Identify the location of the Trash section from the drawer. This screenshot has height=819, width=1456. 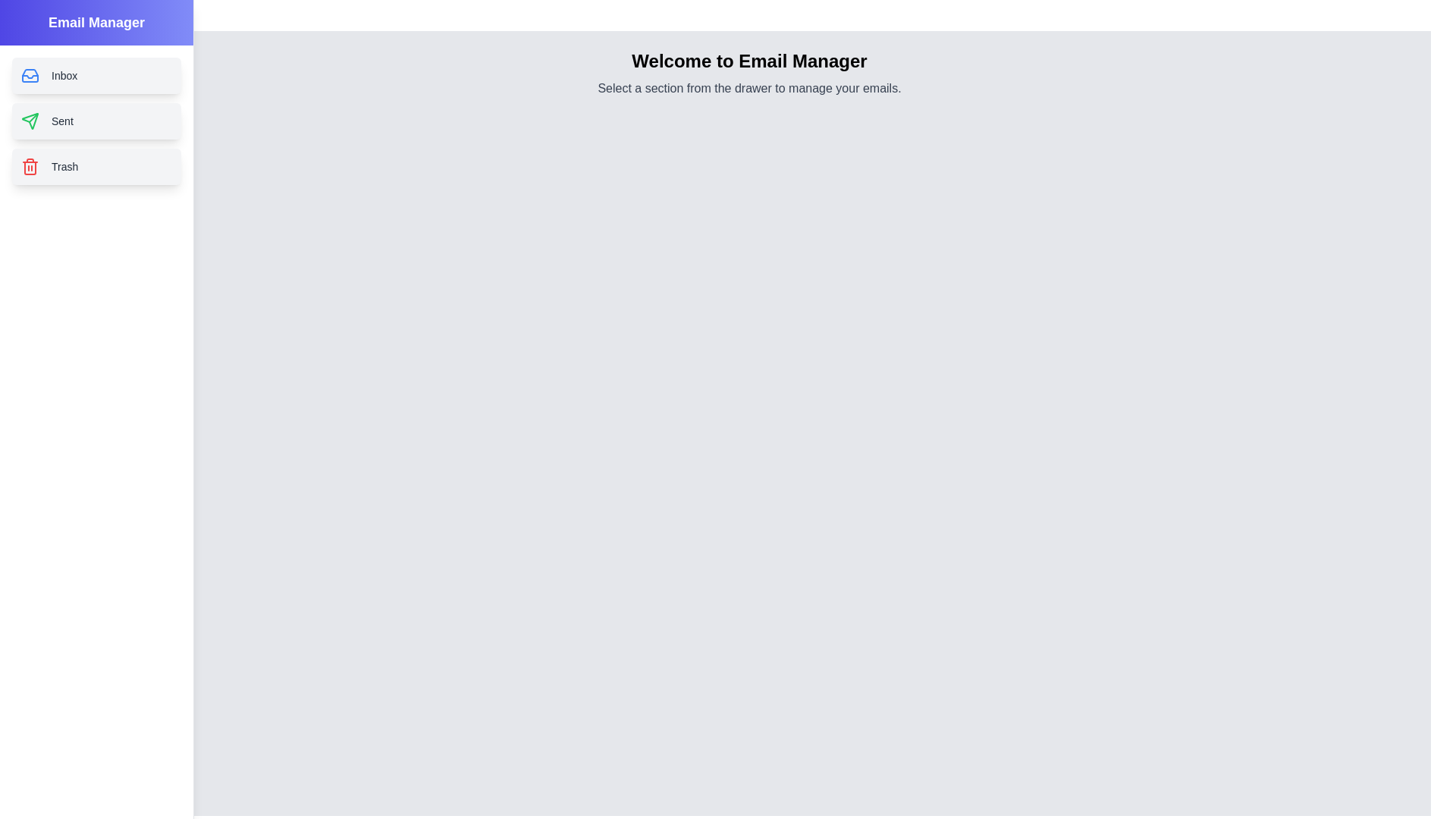
(96, 166).